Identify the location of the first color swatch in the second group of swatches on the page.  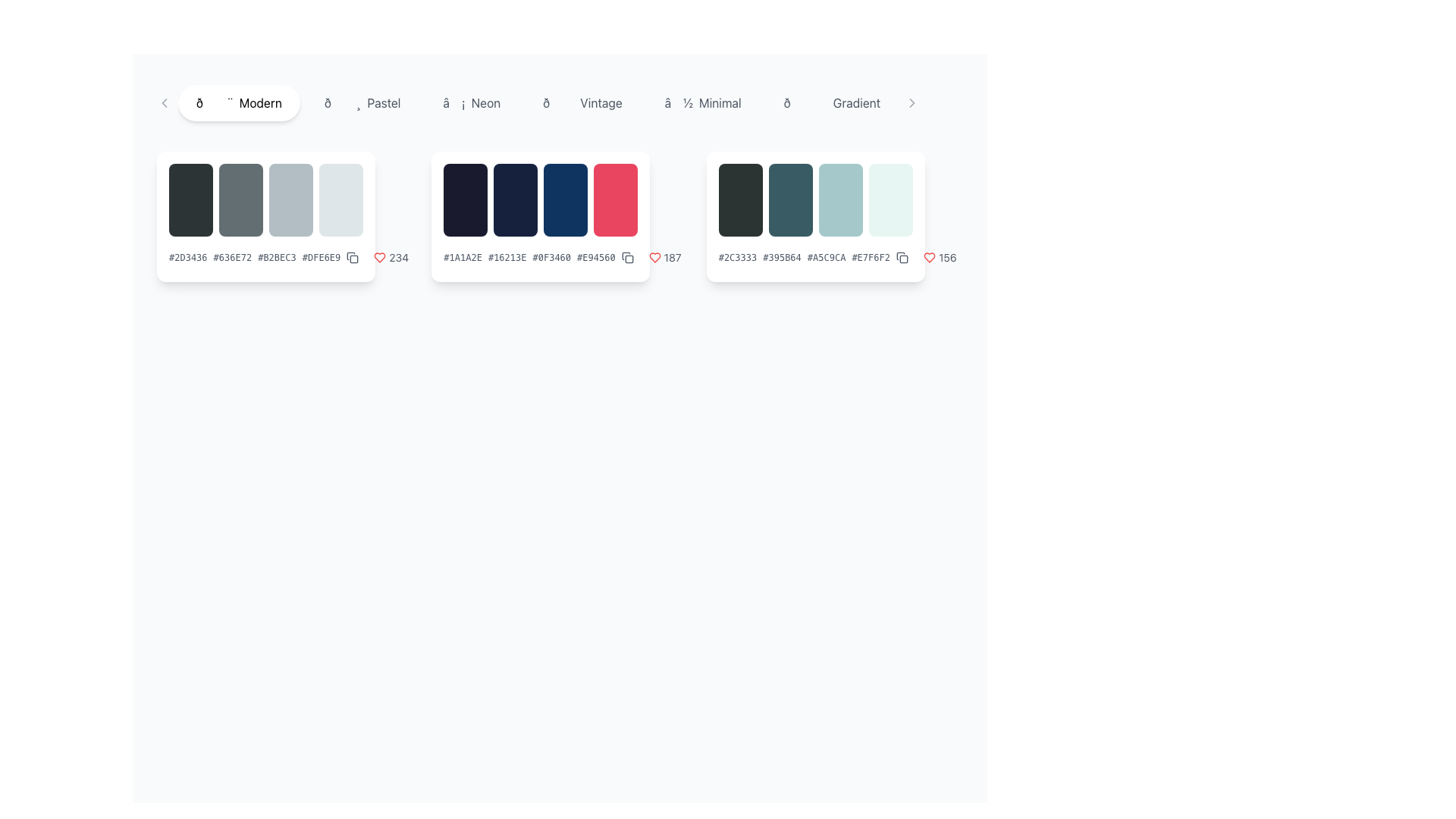
(465, 199).